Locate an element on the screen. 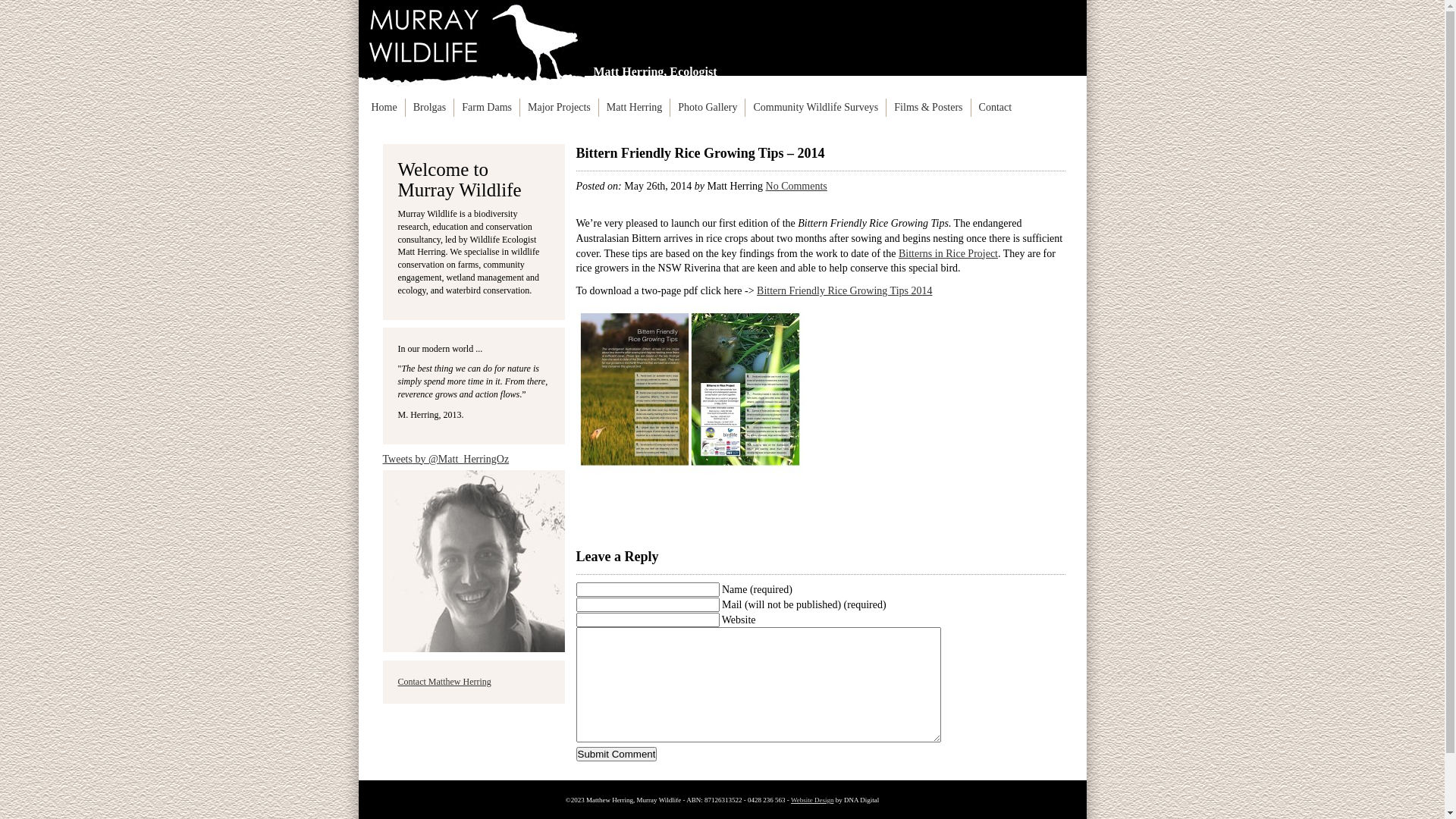  'Community Wildlife Surveys' is located at coordinates (814, 107).